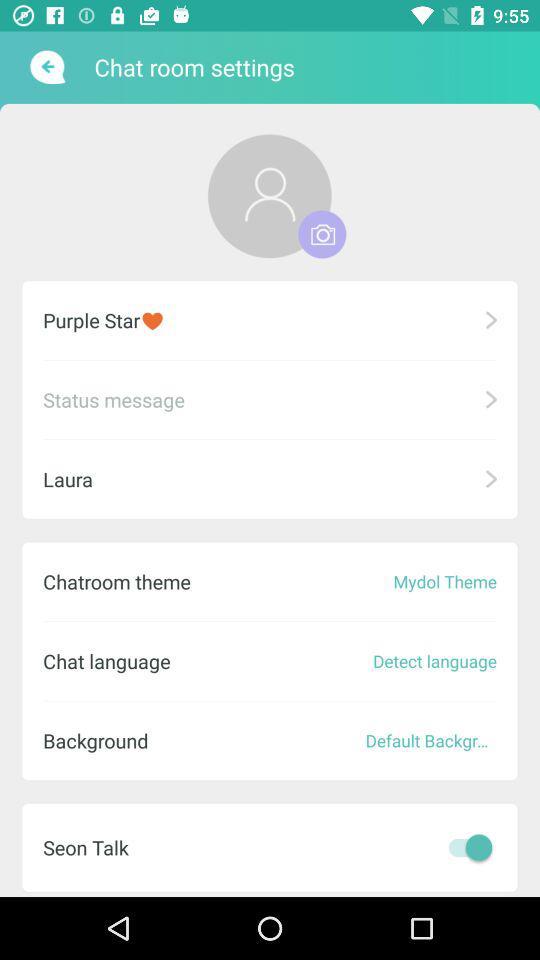 This screenshot has height=960, width=540. What do you see at coordinates (322, 234) in the screenshot?
I see `avatar` at bounding box center [322, 234].